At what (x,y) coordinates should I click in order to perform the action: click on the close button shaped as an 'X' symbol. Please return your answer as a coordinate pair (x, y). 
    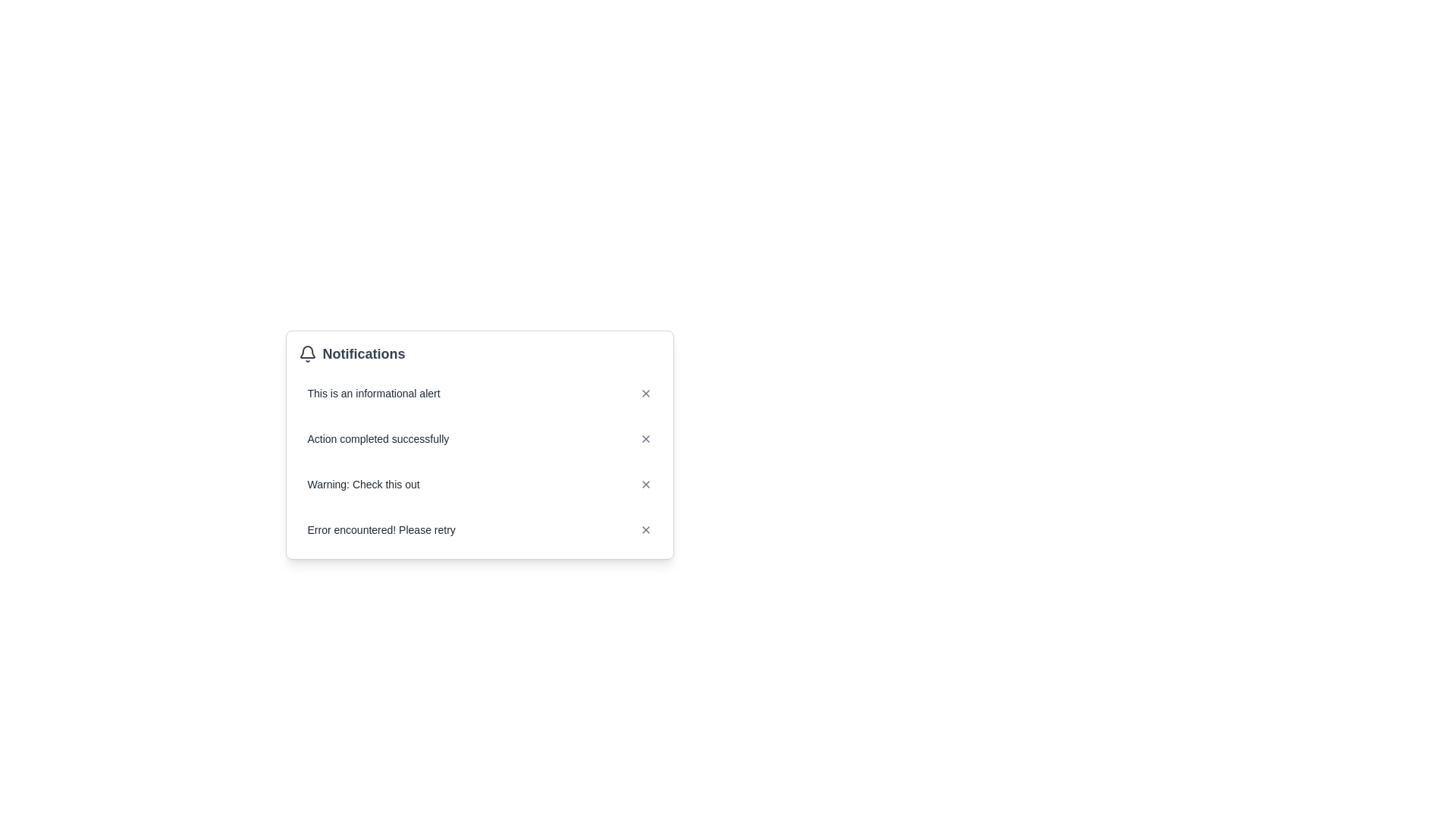
    Looking at the image, I should click on (645, 529).